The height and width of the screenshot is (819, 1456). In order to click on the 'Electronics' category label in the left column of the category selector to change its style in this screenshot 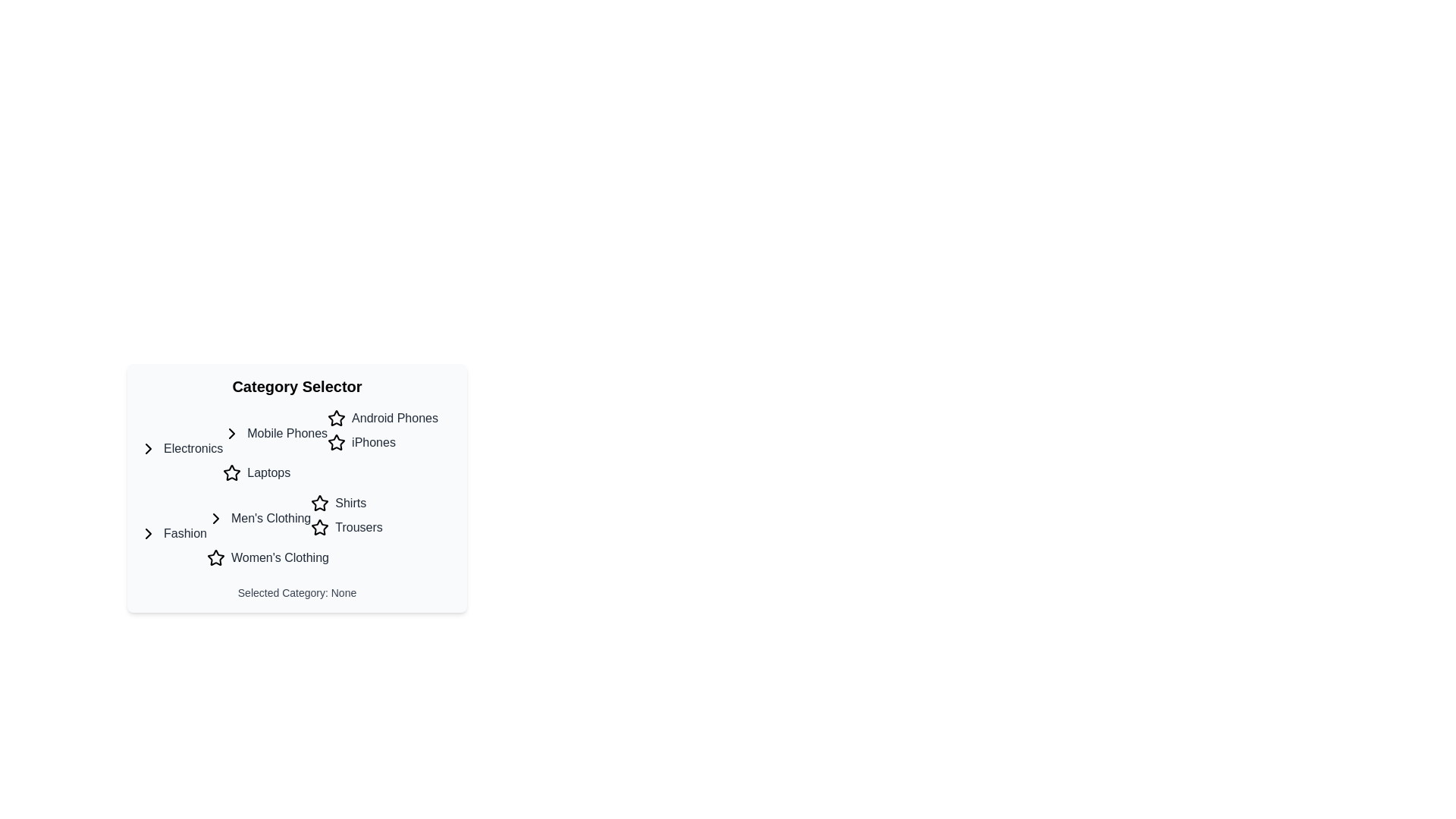, I will do `click(193, 447)`.